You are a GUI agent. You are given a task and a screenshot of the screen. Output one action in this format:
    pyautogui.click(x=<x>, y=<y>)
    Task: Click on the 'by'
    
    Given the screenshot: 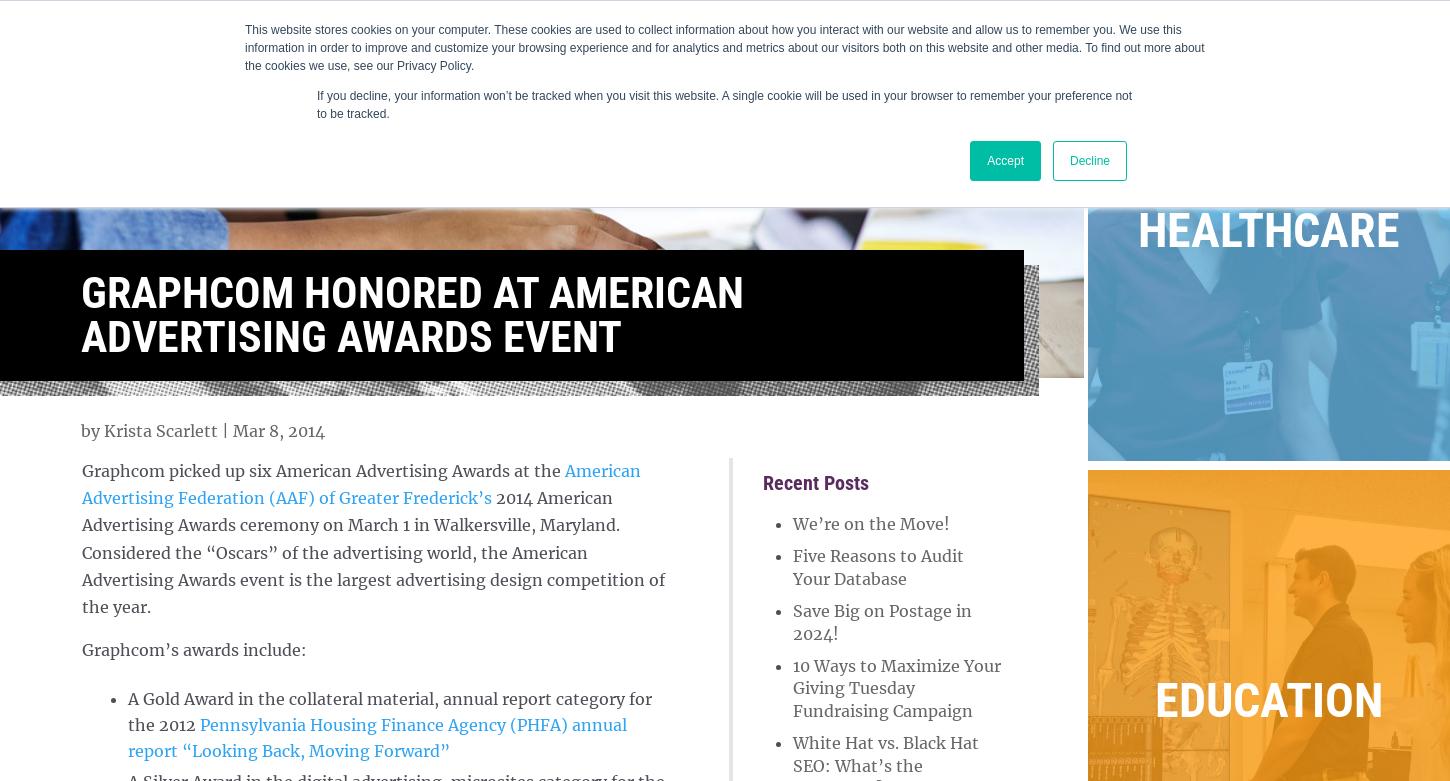 What is the action you would take?
    pyautogui.click(x=92, y=429)
    